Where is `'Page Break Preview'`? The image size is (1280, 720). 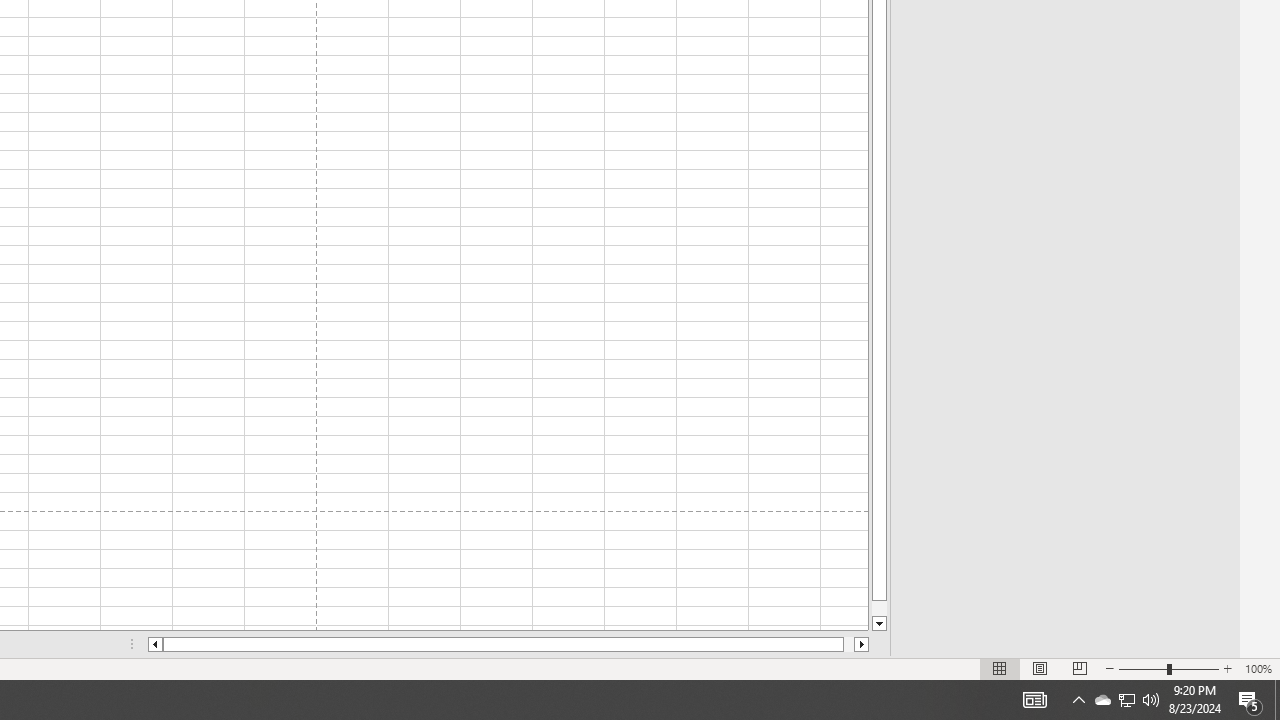
'Page Break Preview' is located at coordinates (1078, 669).